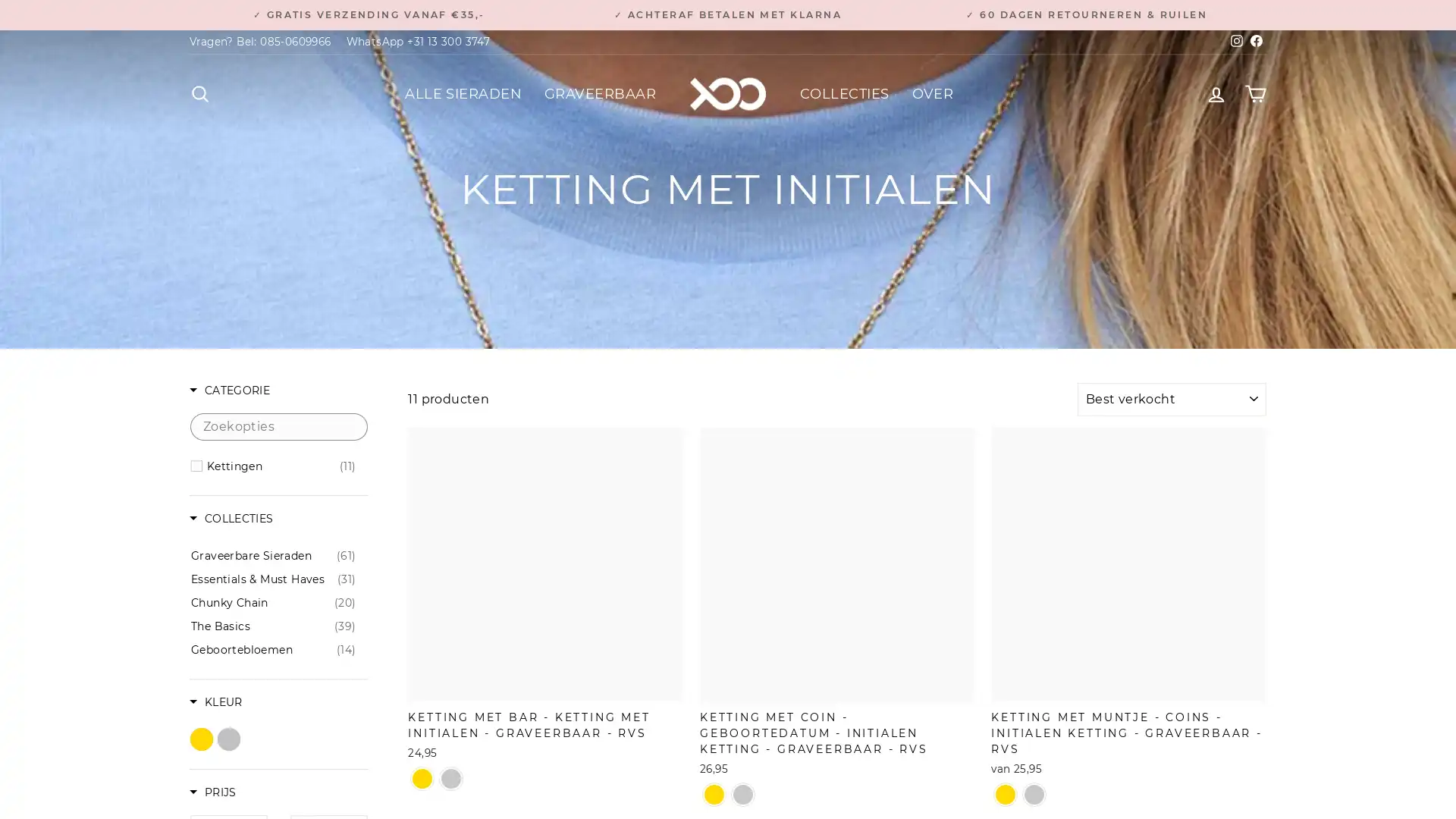 This screenshot has height=819, width=1456. What do you see at coordinates (215, 703) in the screenshot?
I see `Filter by Kleur` at bounding box center [215, 703].